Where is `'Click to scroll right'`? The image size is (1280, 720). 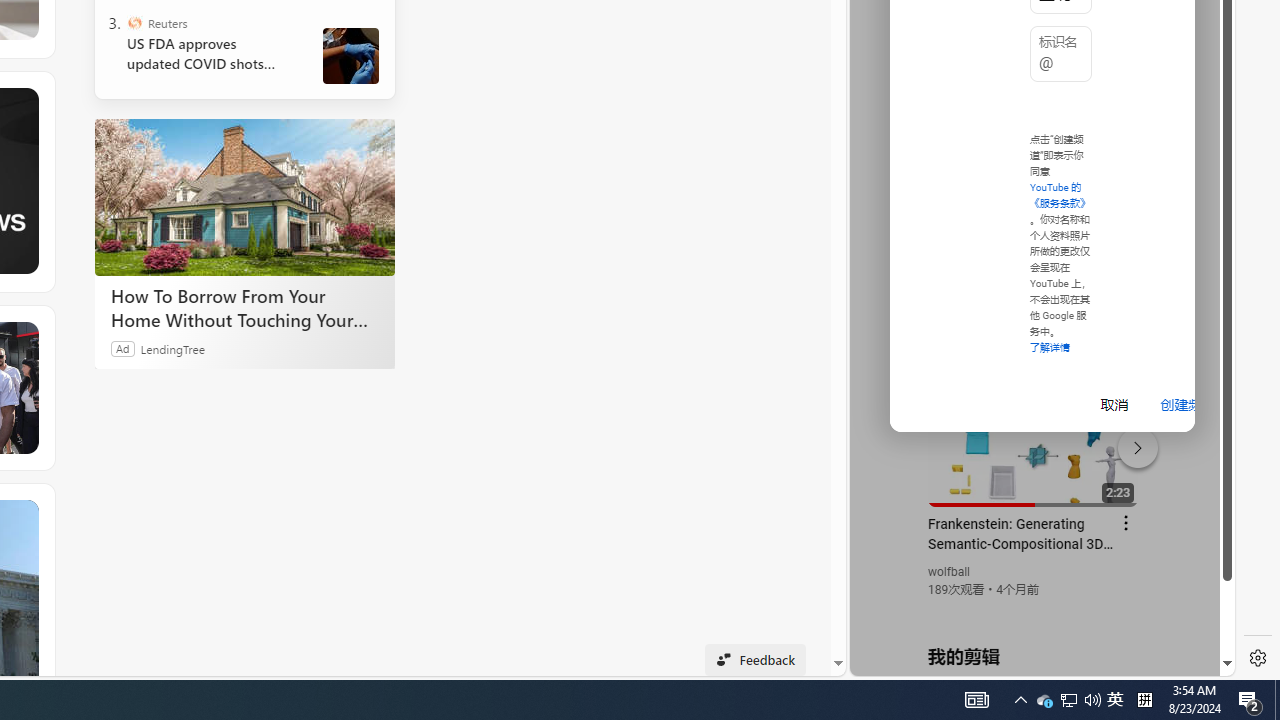
'Click to scroll right' is located at coordinates (1196, 82).